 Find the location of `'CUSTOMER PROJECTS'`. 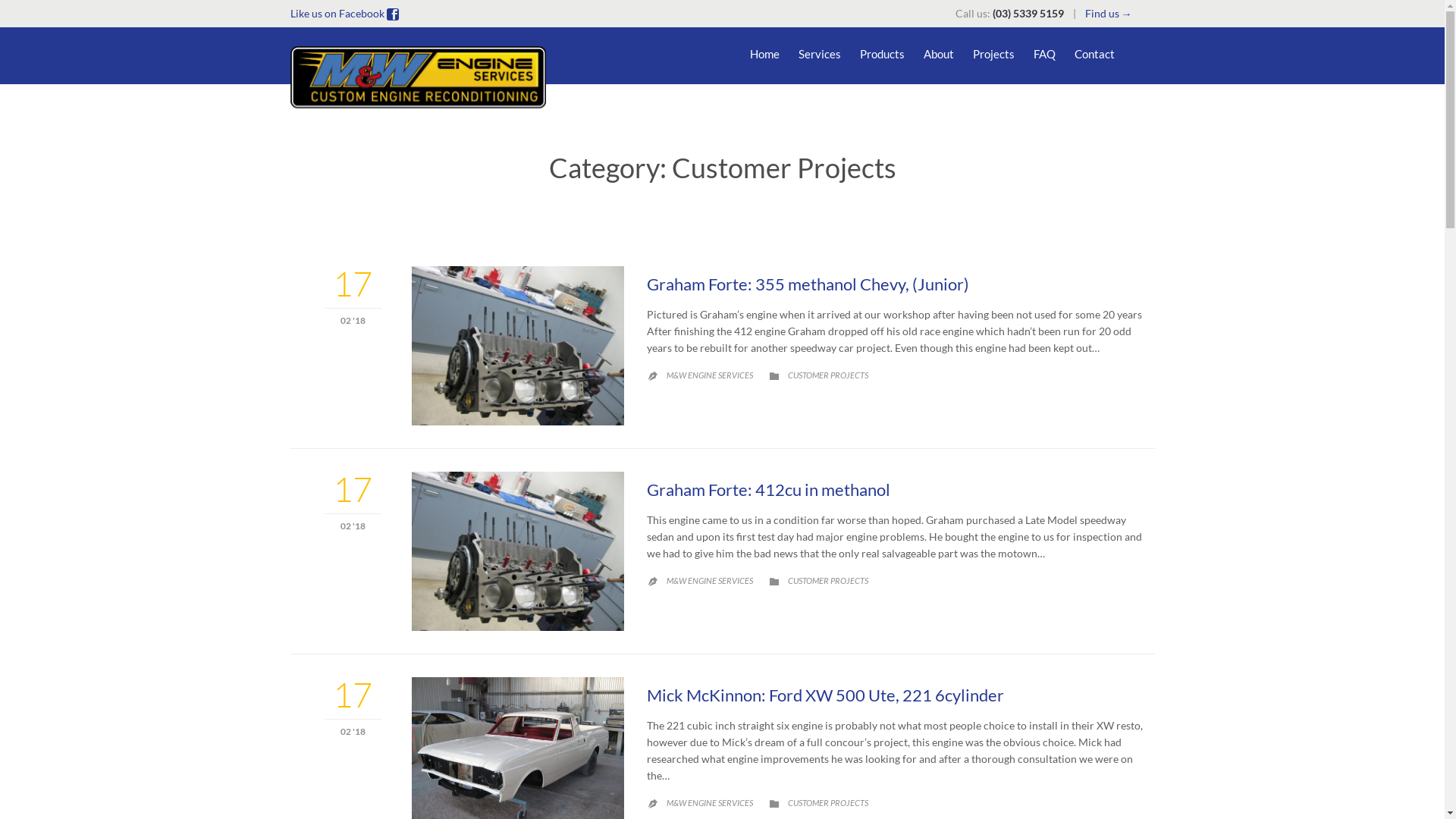

'CUSTOMER PROJECTS' is located at coordinates (826, 375).